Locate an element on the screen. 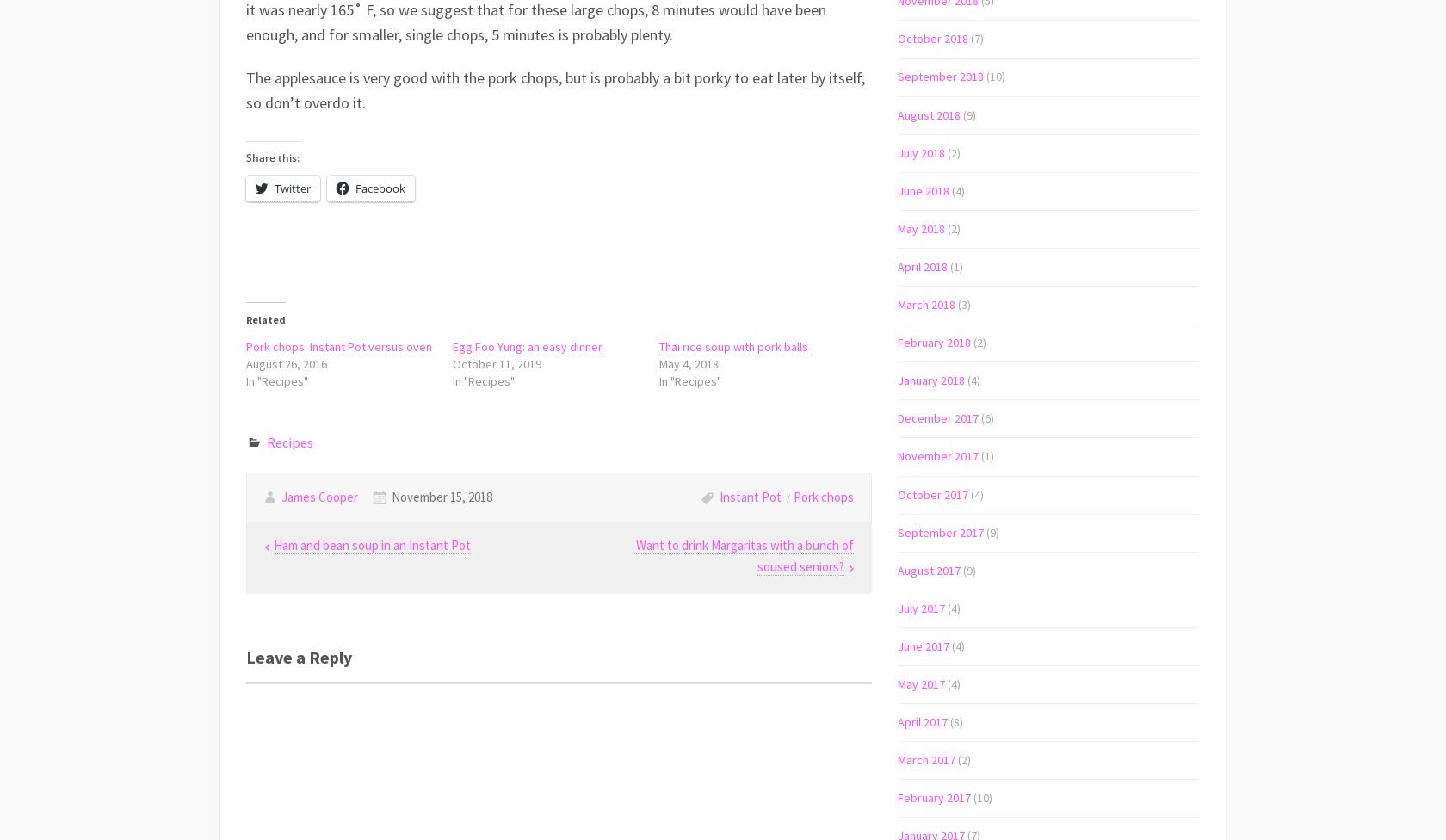  'August 2018' is located at coordinates (929, 114).